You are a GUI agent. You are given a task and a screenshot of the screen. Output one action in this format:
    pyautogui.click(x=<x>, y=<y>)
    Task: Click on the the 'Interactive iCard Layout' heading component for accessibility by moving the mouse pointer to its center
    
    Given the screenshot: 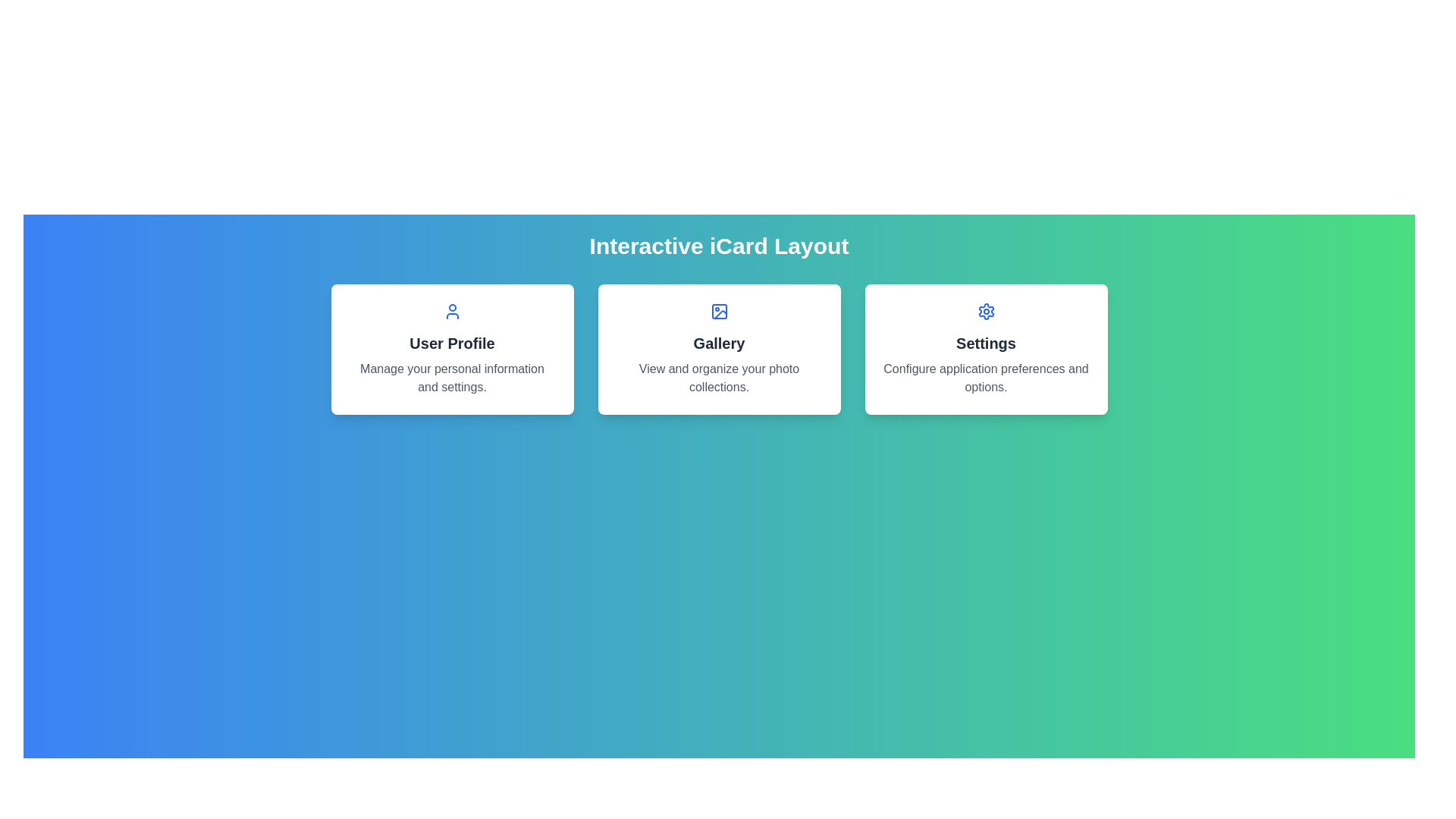 What is the action you would take?
    pyautogui.click(x=718, y=245)
    